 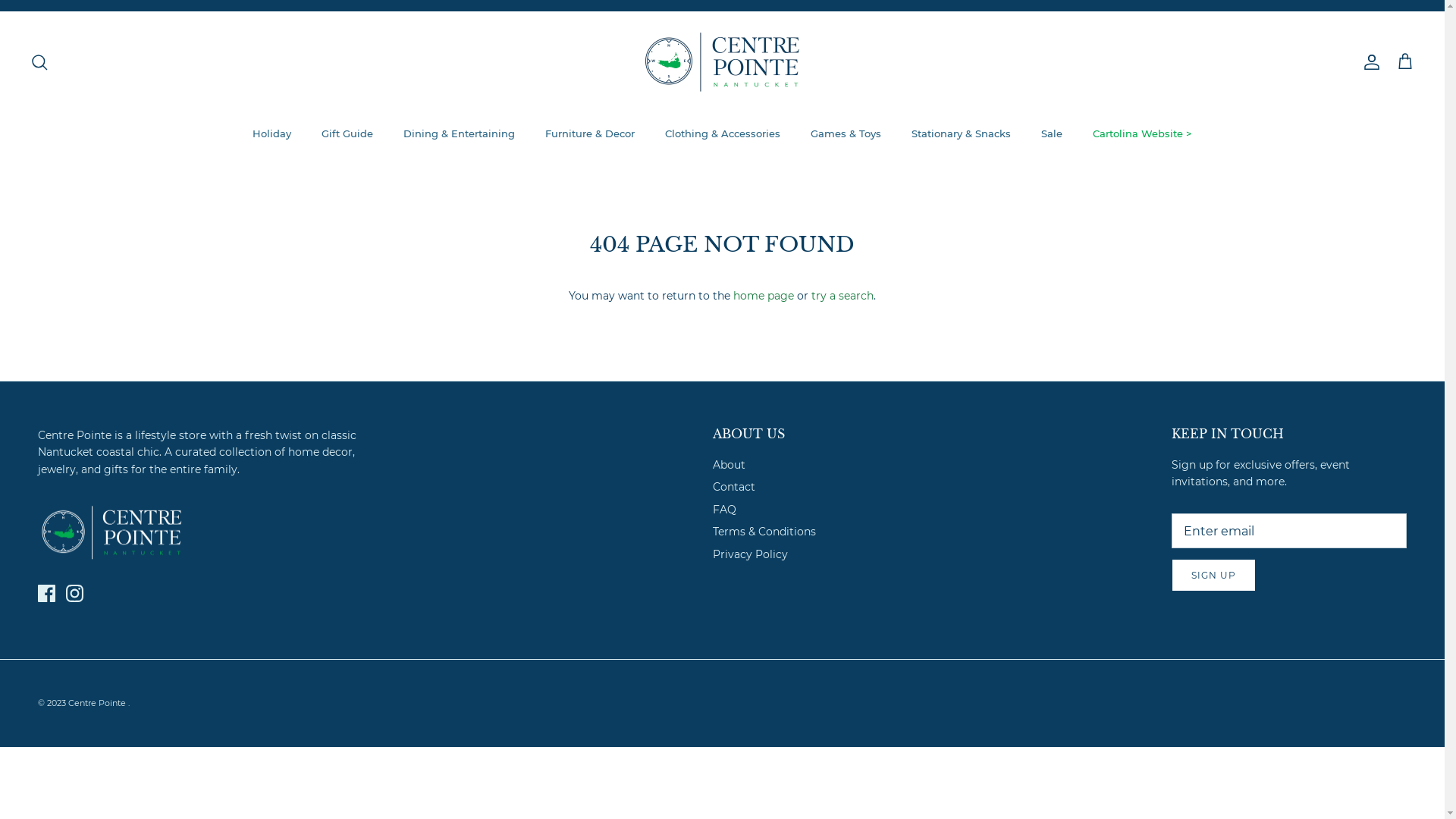 What do you see at coordinates (46, 592) in the screenshot?
I see `'Facebook'` at bounding box center [46, 592].